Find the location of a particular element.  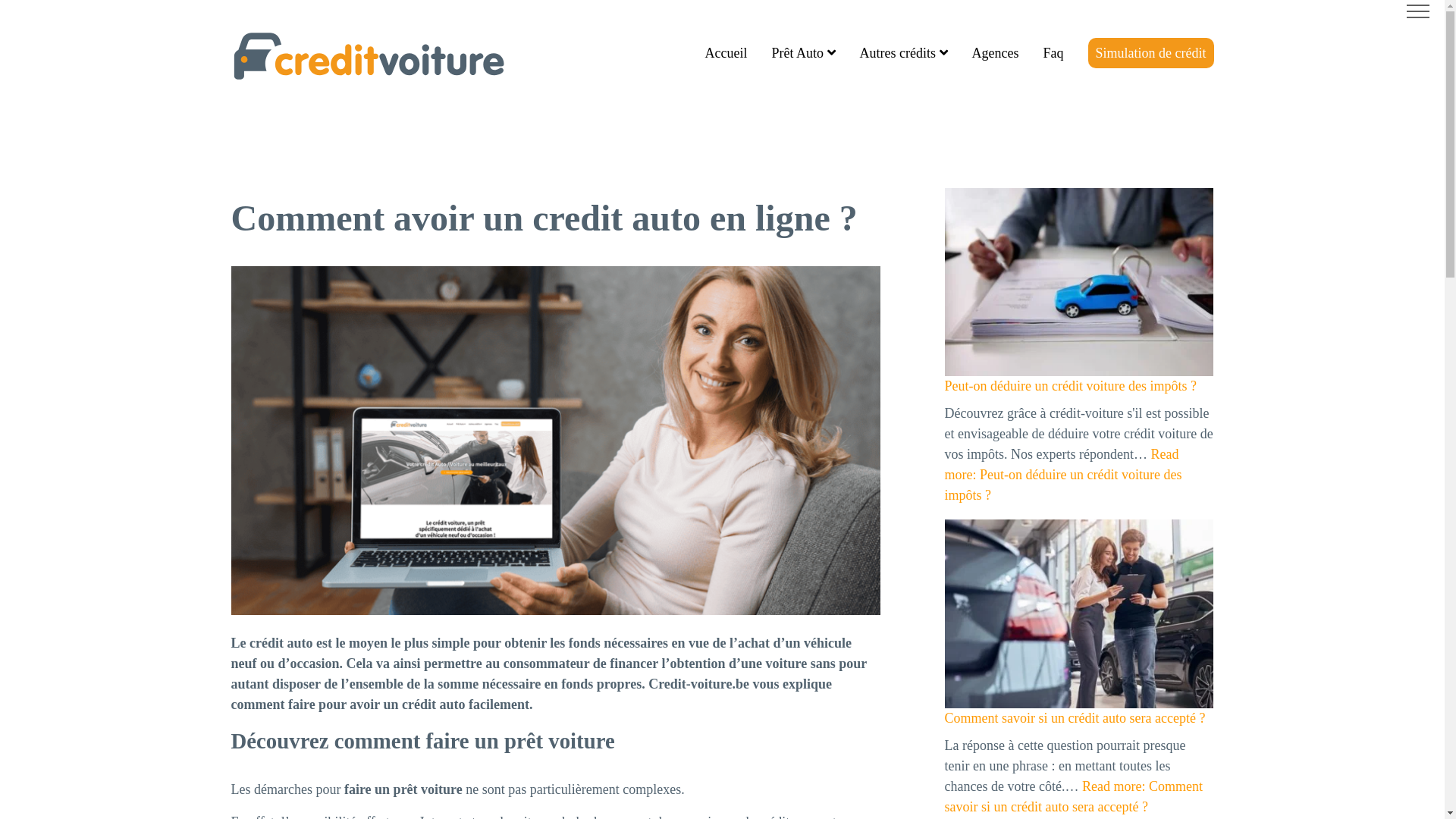

'Accueil' is located at coordinates (726, 52).